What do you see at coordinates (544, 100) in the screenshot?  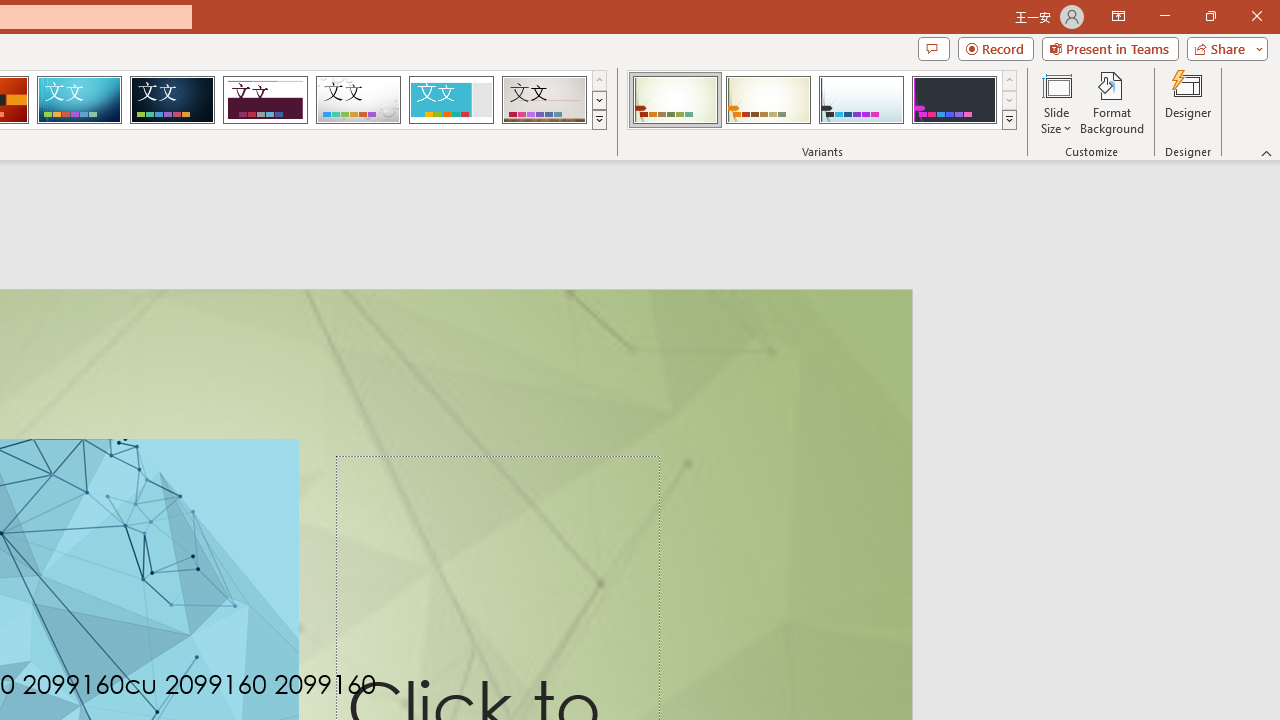 I see `'Gallery'` at bounding box center [544, 100].